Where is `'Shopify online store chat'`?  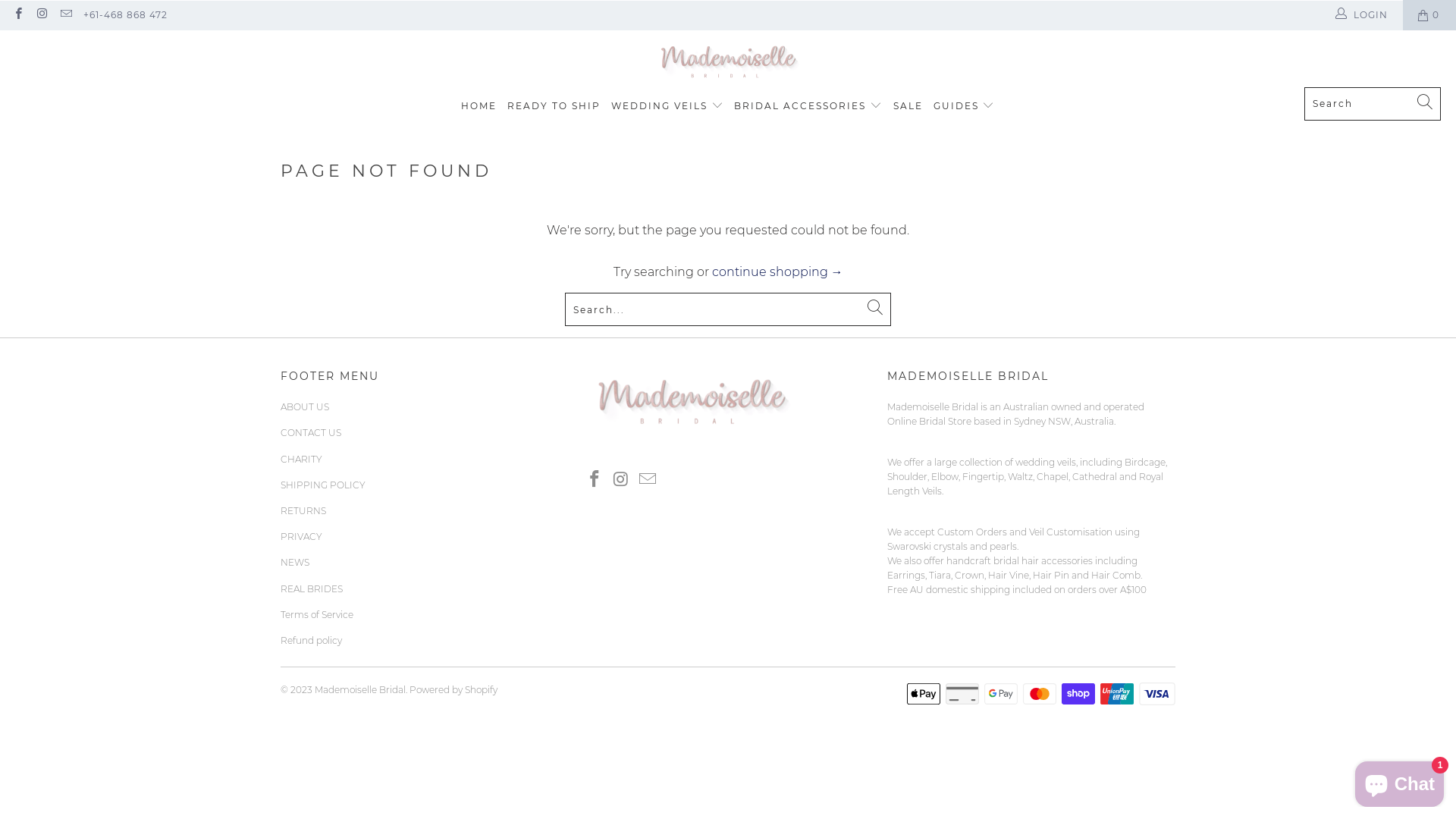 'Shopify online store chat' is located at coordinates (1398, 780).